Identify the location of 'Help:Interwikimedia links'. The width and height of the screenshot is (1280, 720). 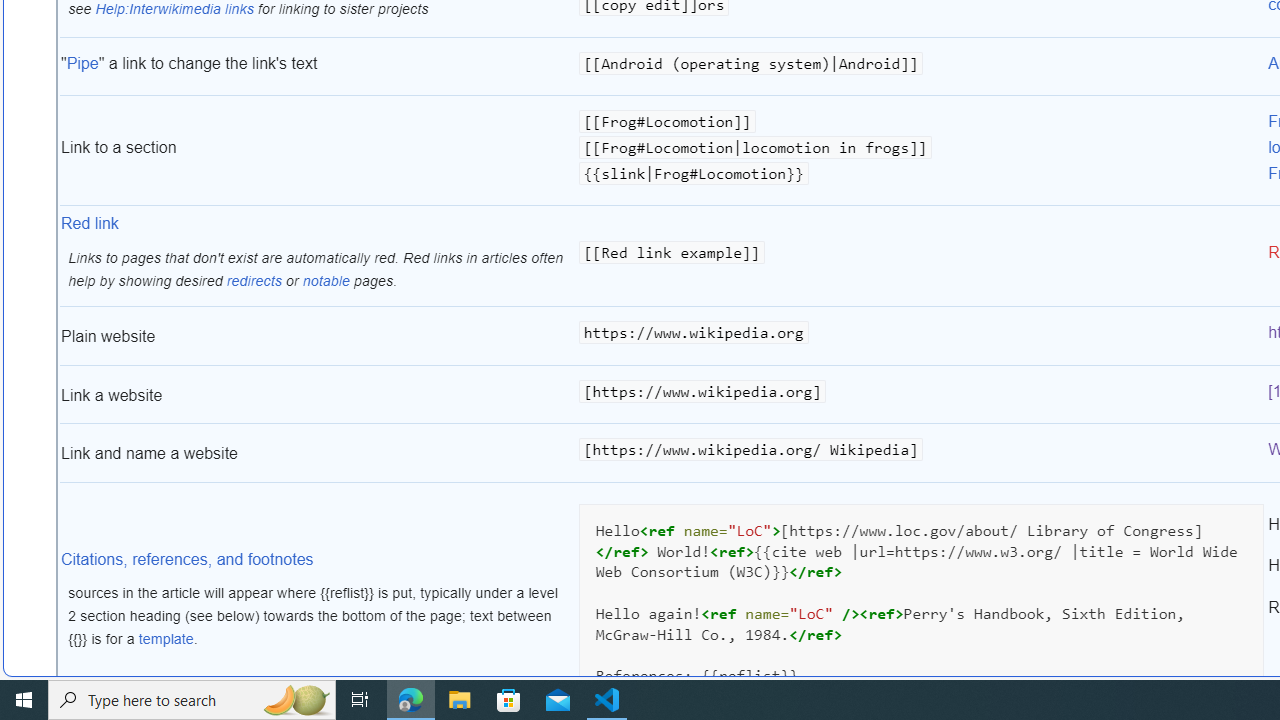
(174, 8).